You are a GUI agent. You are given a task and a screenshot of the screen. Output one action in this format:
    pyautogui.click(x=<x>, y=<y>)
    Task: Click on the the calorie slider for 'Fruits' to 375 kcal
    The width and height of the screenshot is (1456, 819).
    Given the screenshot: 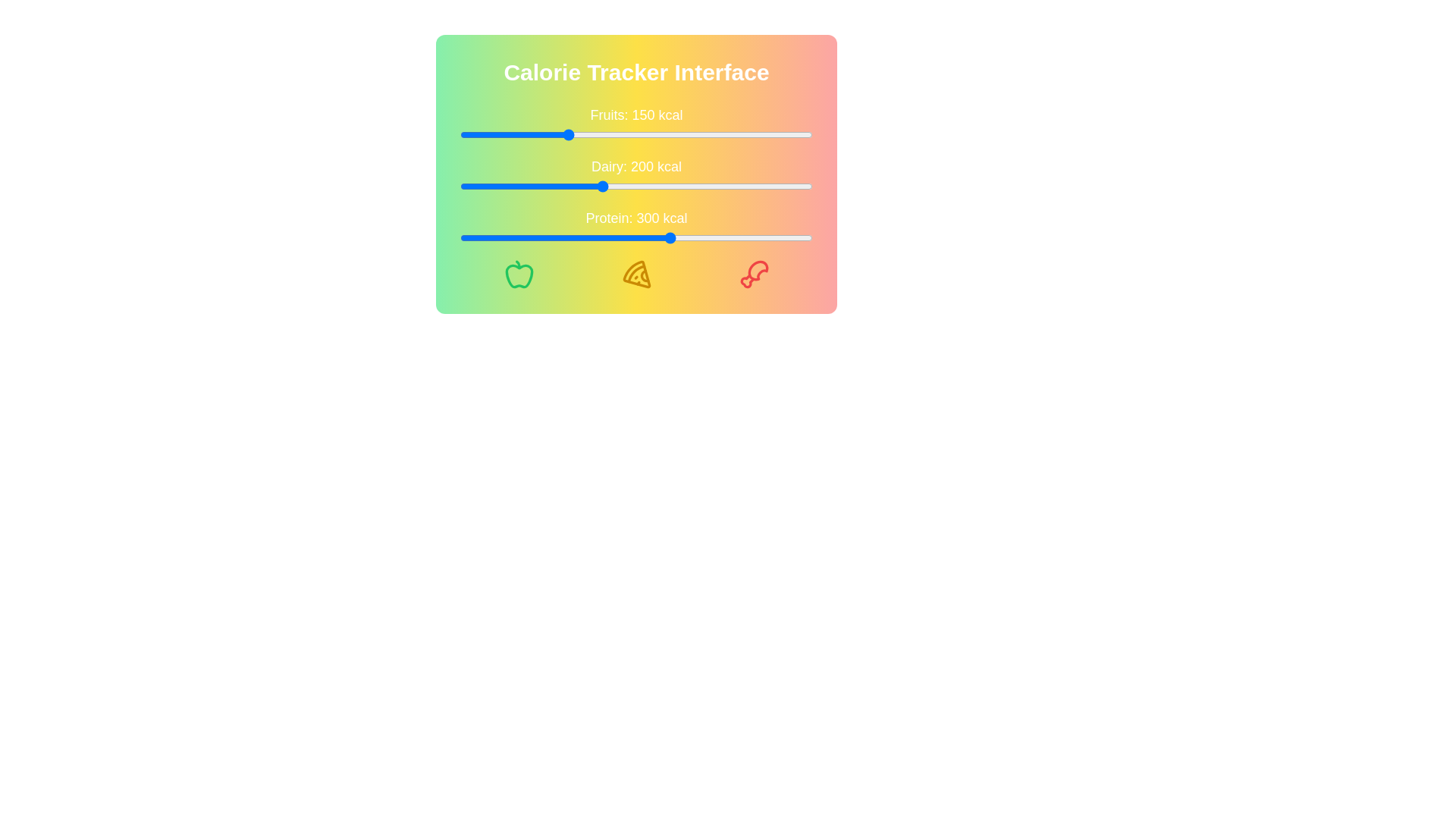 What is the action you would take?
    pyautogui.click(x=723, y=133)
    